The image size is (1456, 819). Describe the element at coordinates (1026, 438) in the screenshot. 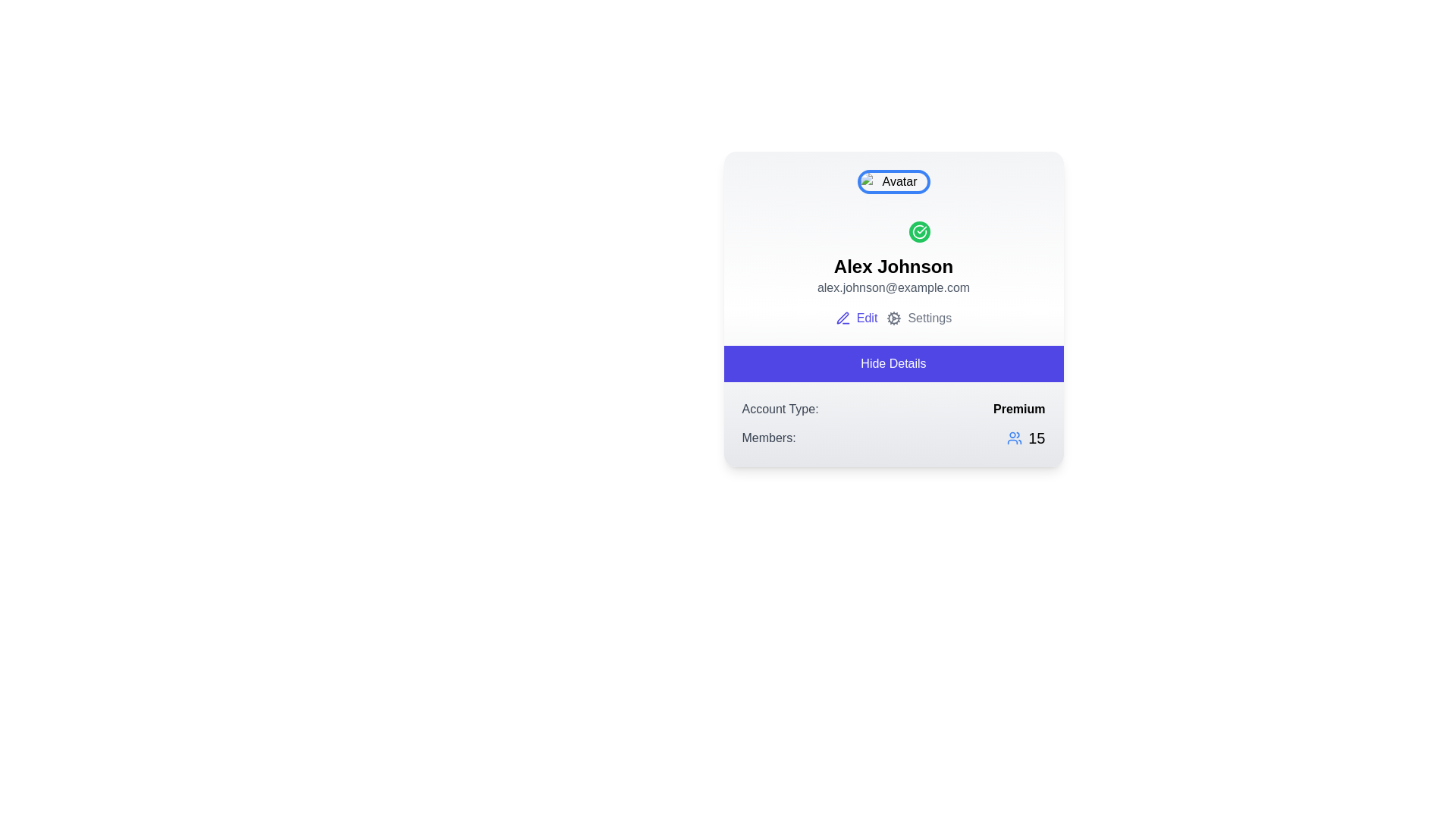

I see `displayed member count from the static display indicator located in the 'Members:' section near the bottom-right corner of the user information card` at that location.